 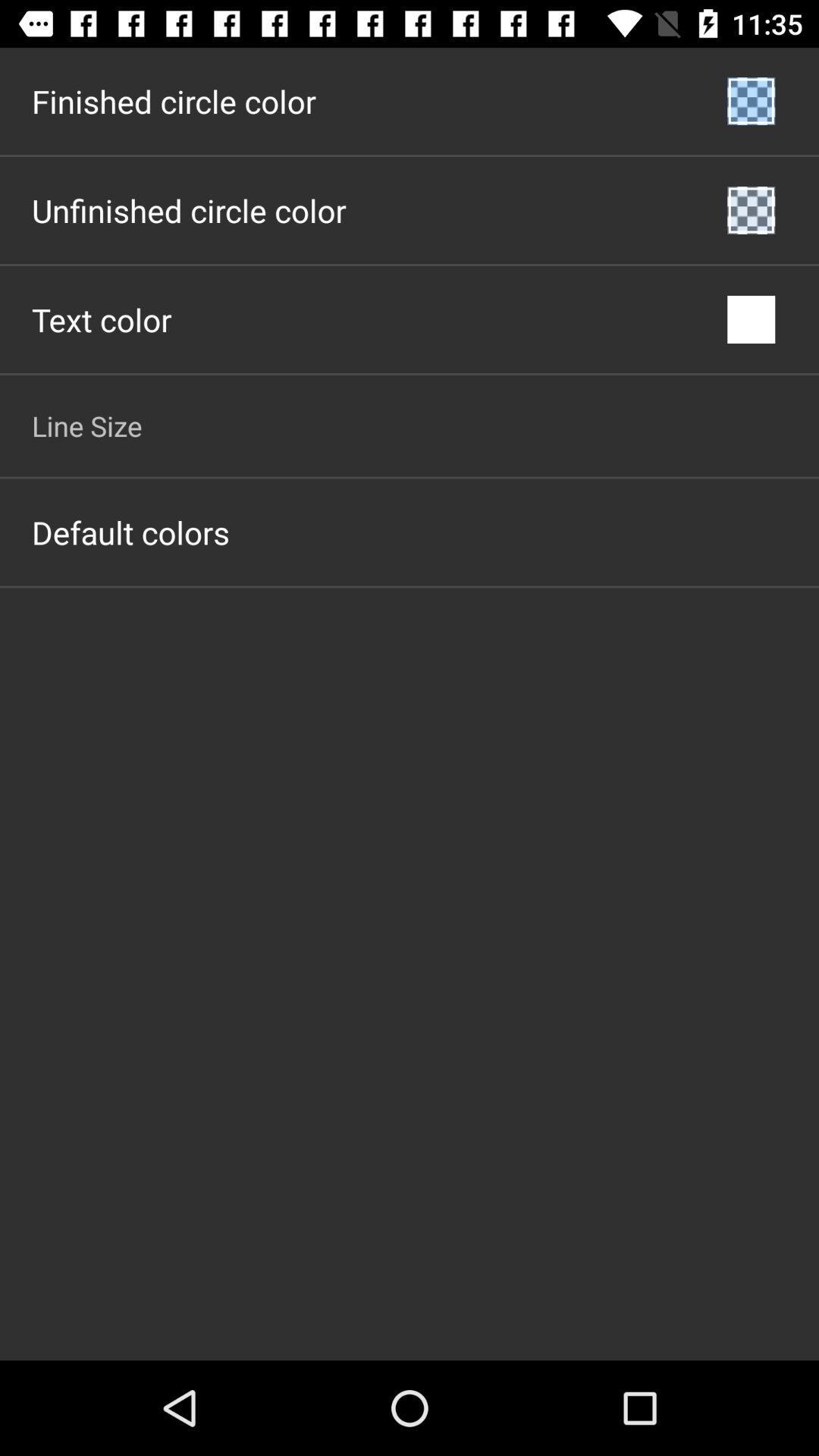 I want to click on app below text color icon, so click(x=86, y=425).